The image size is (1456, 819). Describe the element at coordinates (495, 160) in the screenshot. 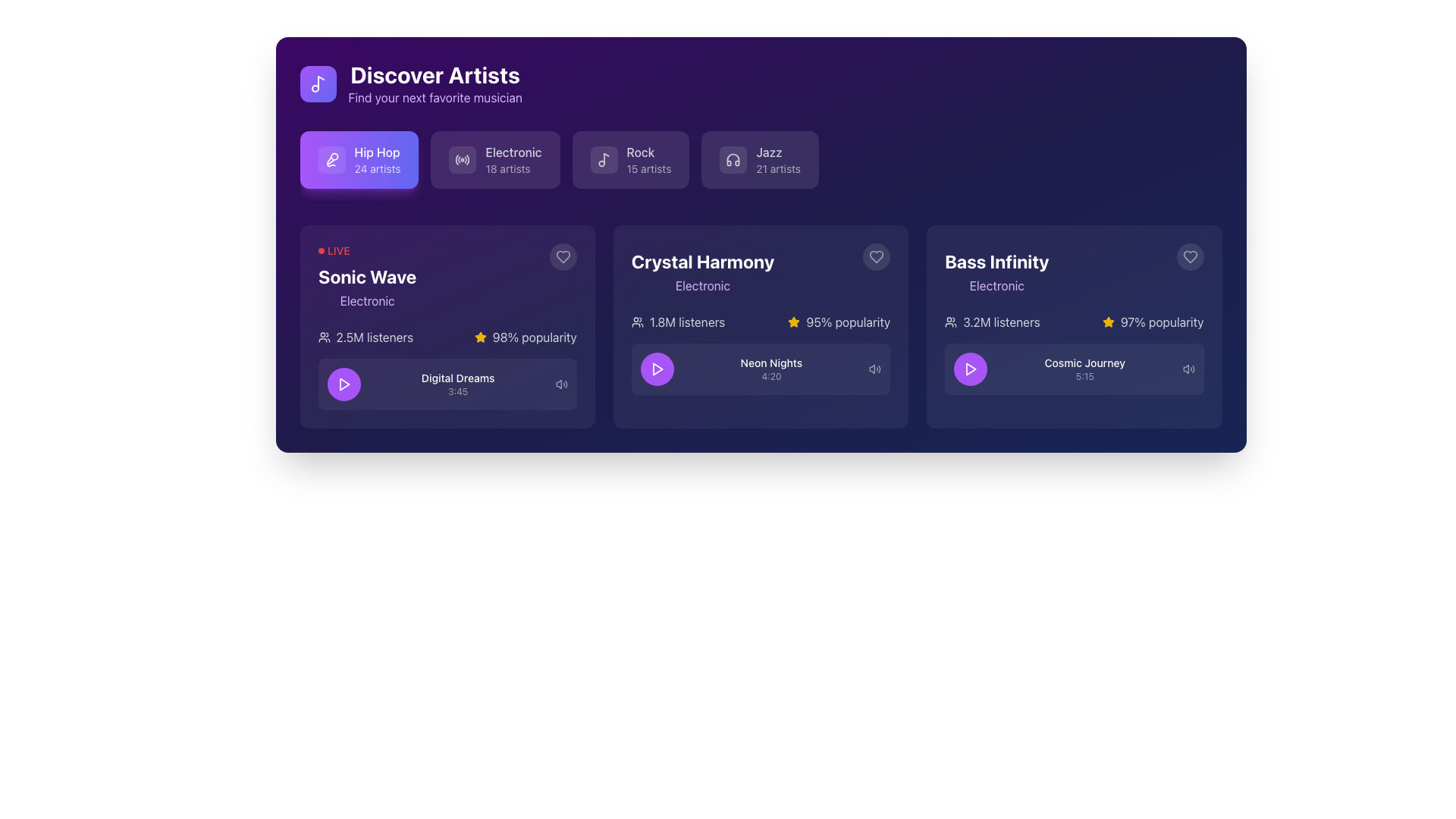

I see `the 'Electronic' category button, which is a rectangular block with a rounded border, featuring an icon of radio waves and the text 'Electronic' and '18 artists'` at that location.